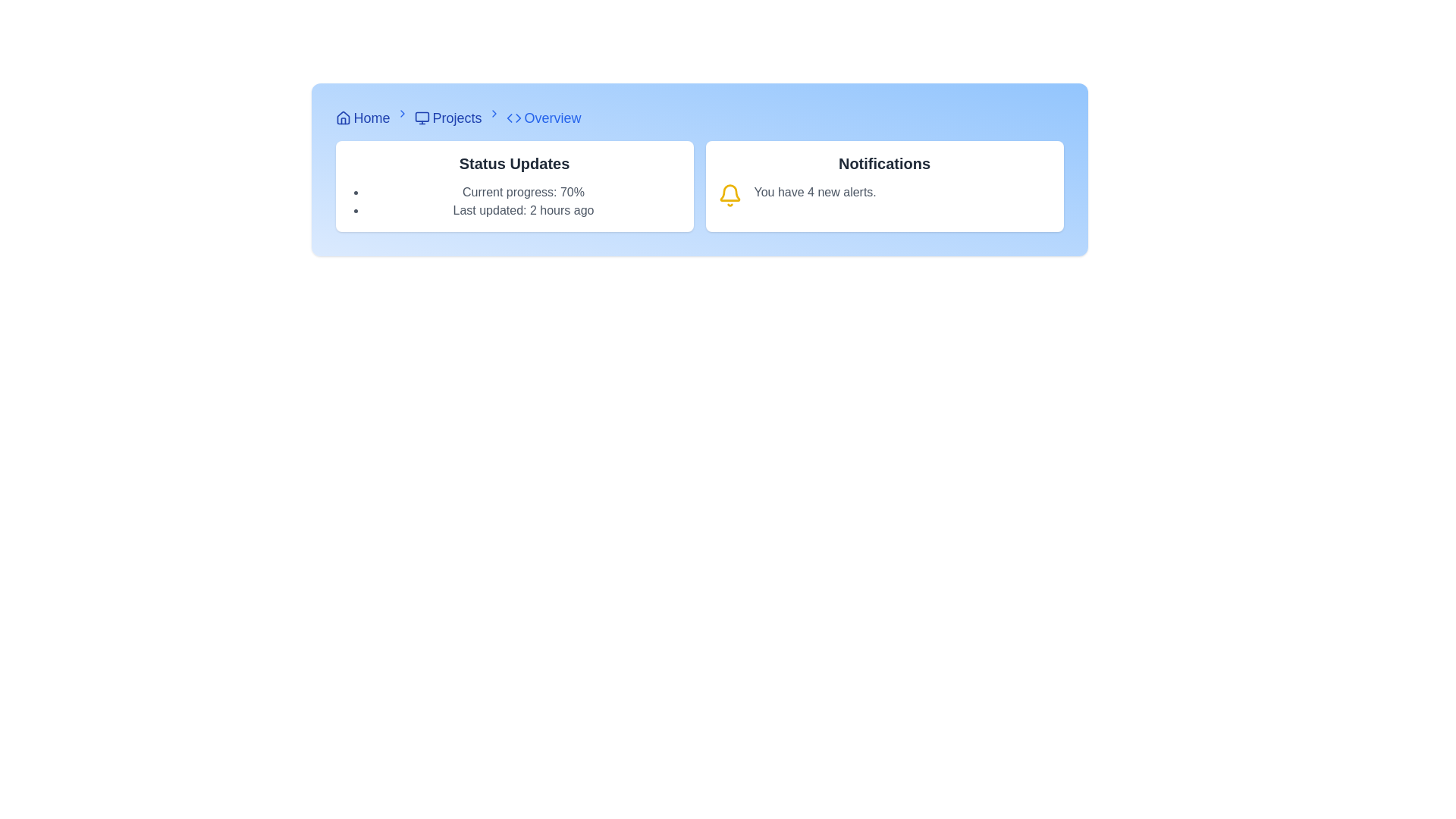  What do you see at coordinates (814, 195) in the screenshot?
I see `the text label that reads 'You have 4 new alerts.' within the Notifications panel, which is positioned to the right of the Status Updates panel and immediately to the right of the yellow bell icon` at bounding box center [814, 195].